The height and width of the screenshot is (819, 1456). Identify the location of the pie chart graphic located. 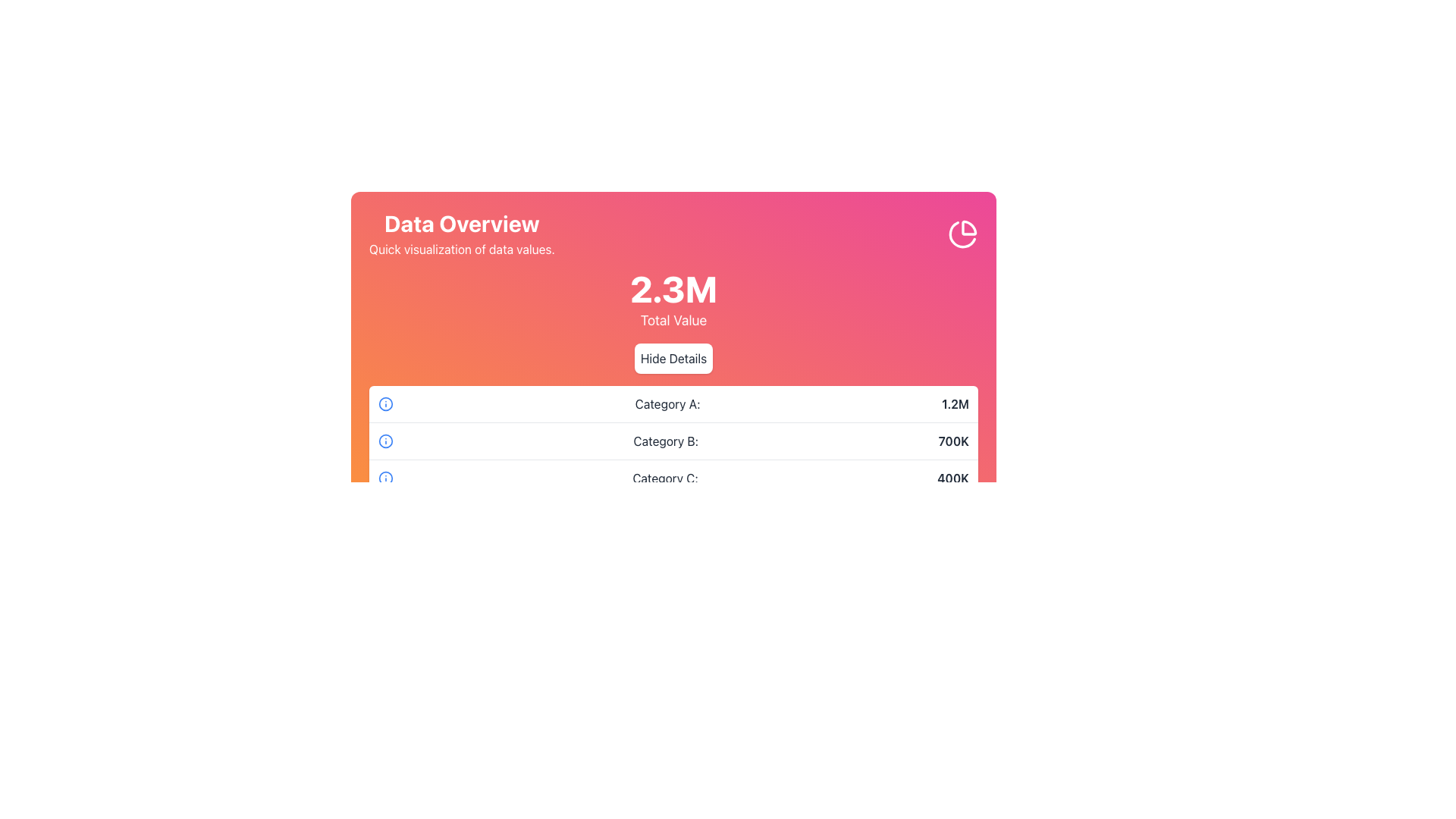
(962, 234).